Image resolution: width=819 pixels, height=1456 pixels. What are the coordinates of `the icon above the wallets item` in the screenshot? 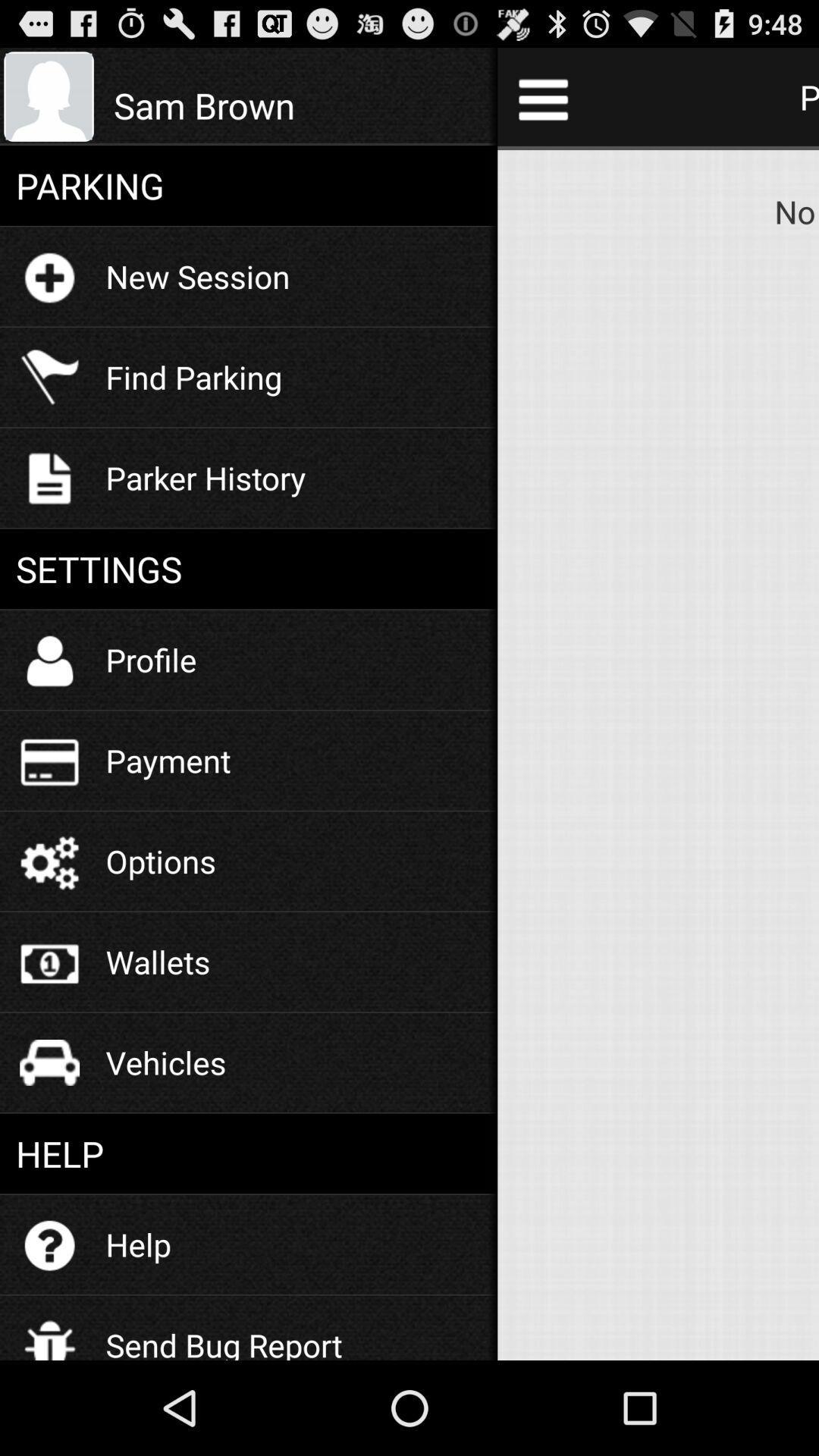 It's located at (161, 861).